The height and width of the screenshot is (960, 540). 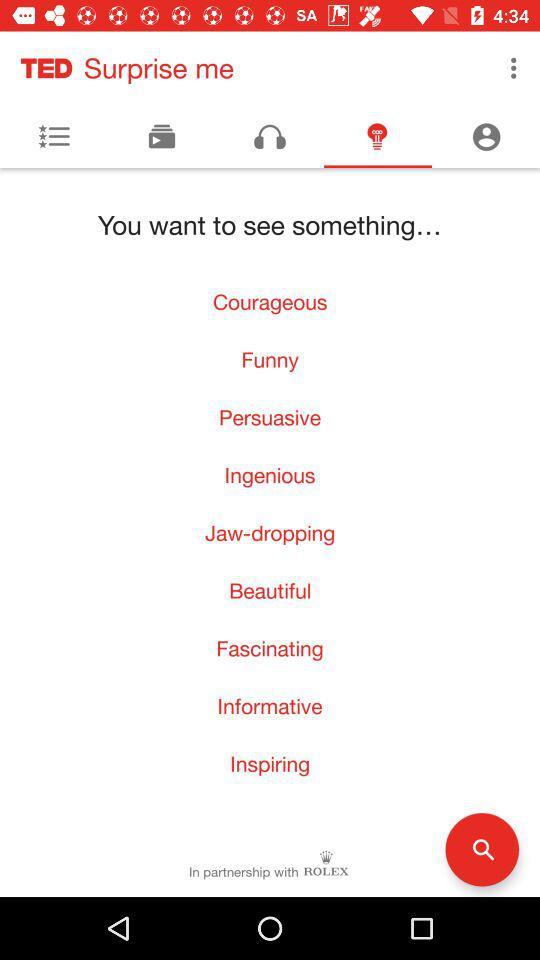 I want to click on beautiful icon, so click(x=270, y=590).